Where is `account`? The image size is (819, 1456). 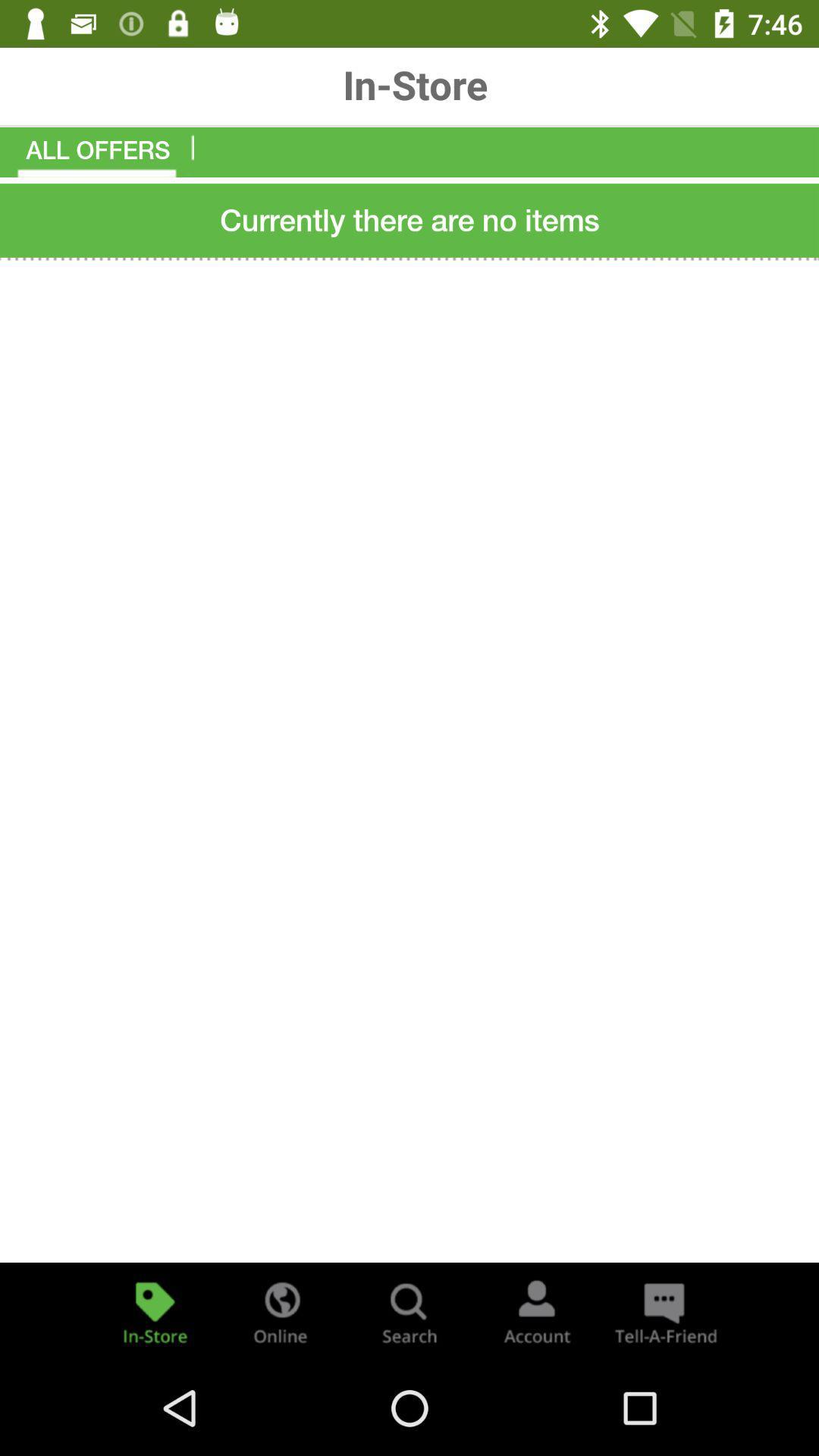
account is located at coordinates (536, 1310).